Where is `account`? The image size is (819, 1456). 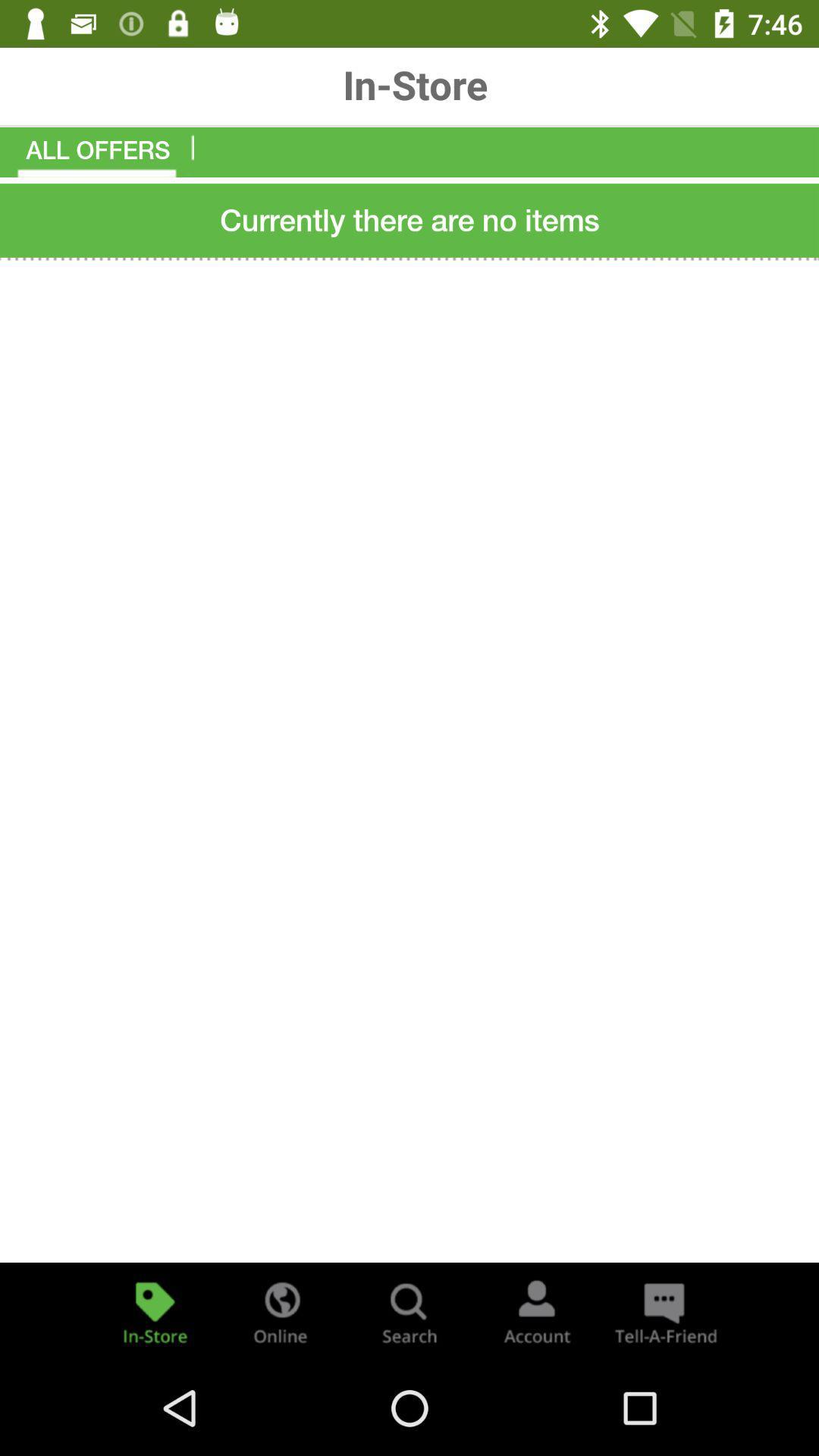
account is located at coordinates (536, 1310).